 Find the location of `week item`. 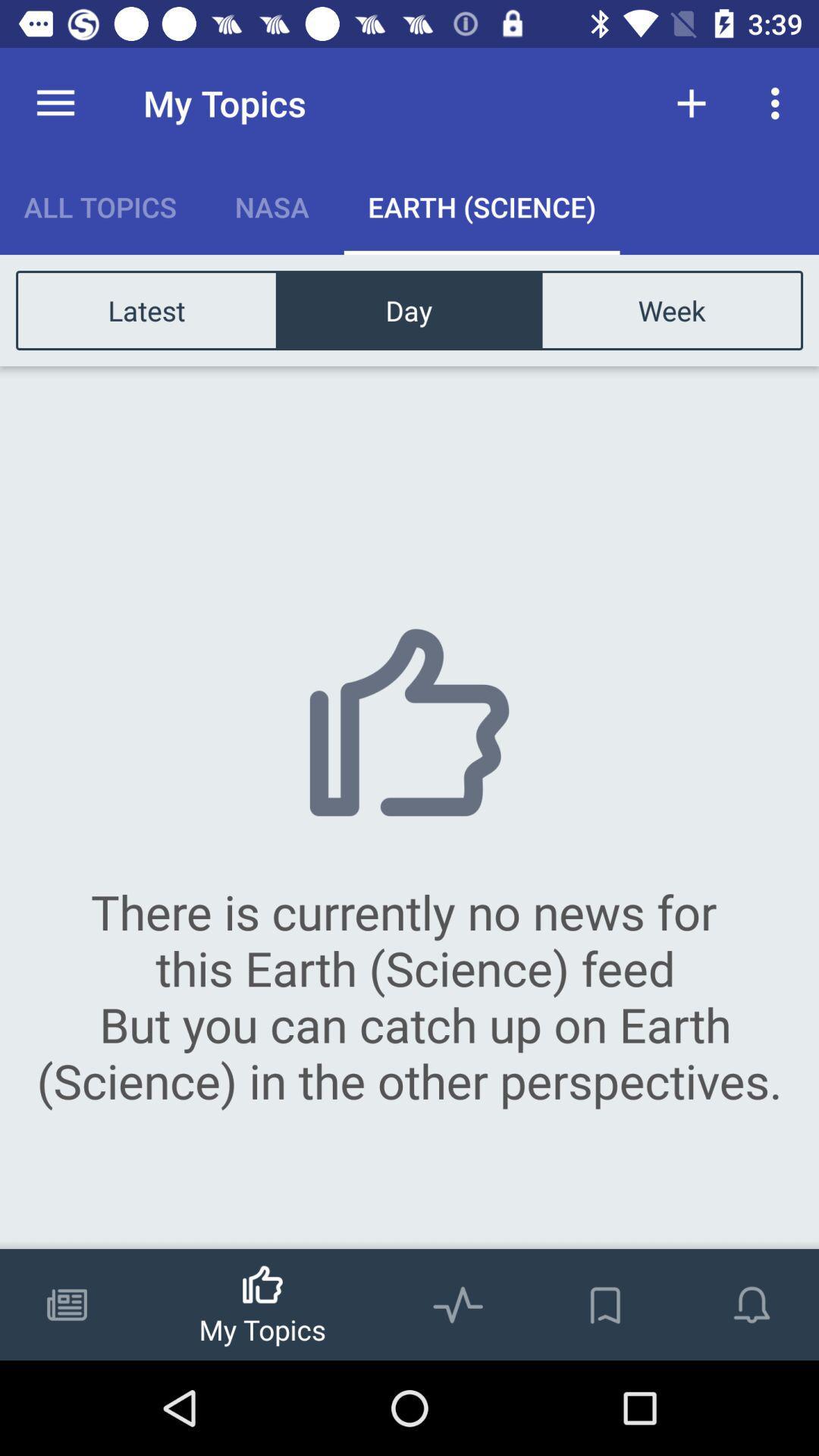

week item is located at coordinates (670, 309).